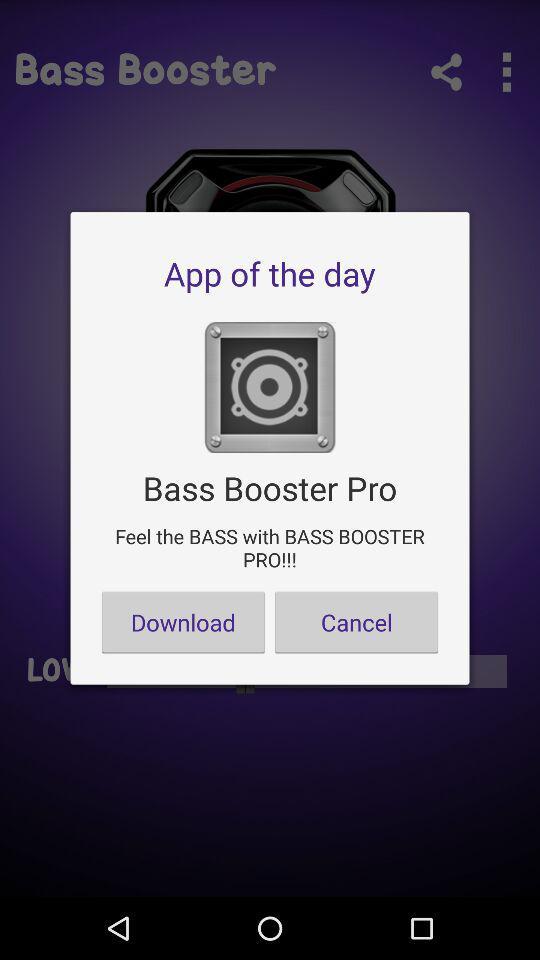 The width and height of the screenshot is (540, 960). I want to click on button next to download, so click(355, 621).